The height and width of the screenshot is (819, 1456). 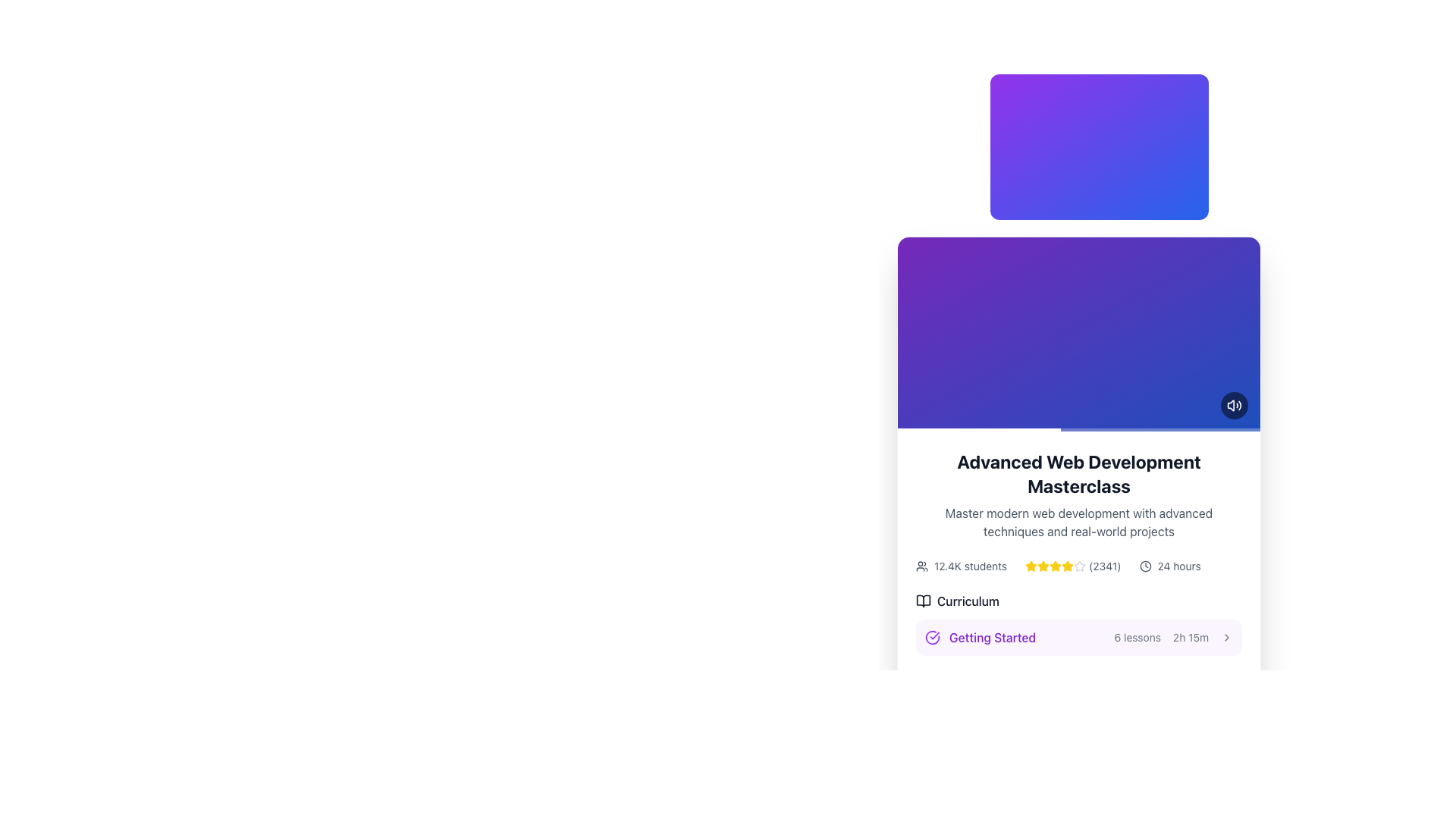 I want to click on the third filled yellow star icon in a horizontal alignment, indicating its position in the rating sequence, so click(x=1043, y=566).